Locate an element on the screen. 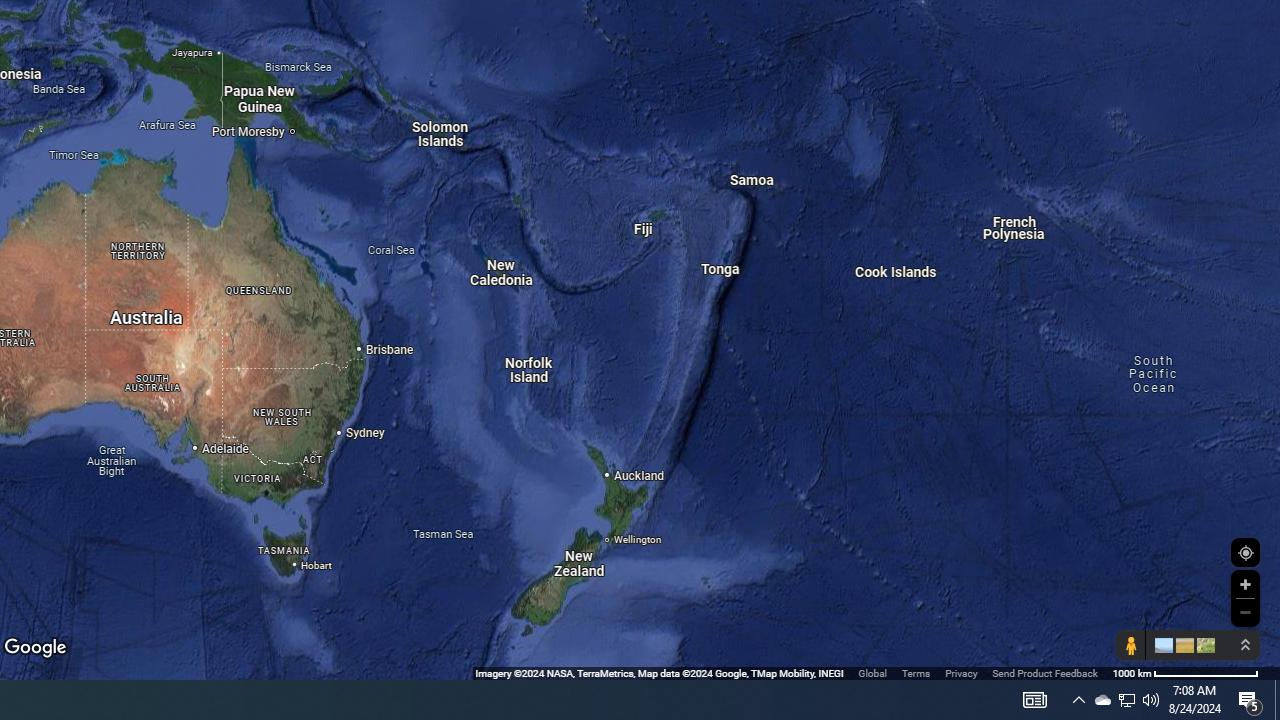  'Privacy' is located at coordinates (961, 673).